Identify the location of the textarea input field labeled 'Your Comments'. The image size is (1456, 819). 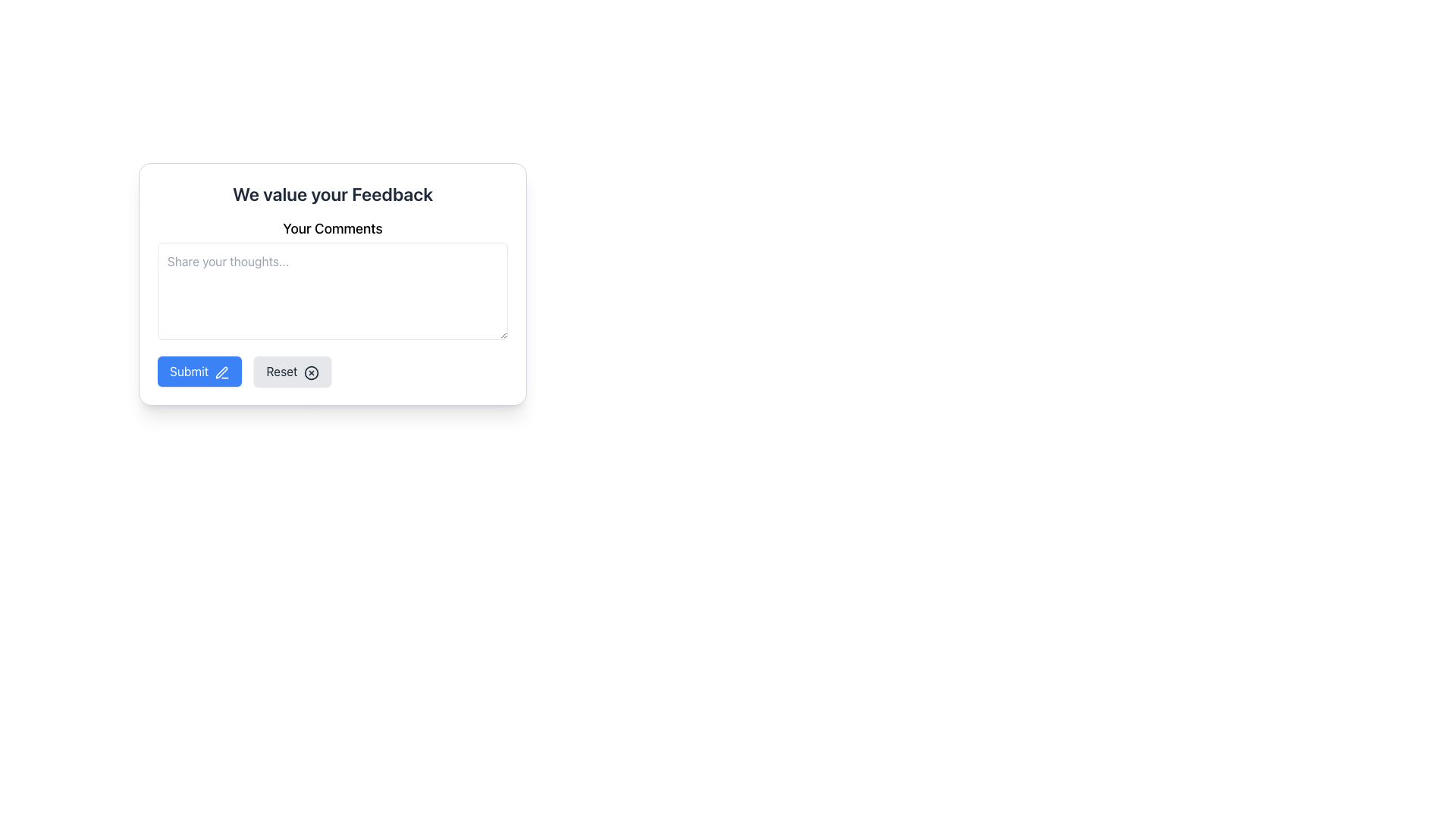
(331, 281).